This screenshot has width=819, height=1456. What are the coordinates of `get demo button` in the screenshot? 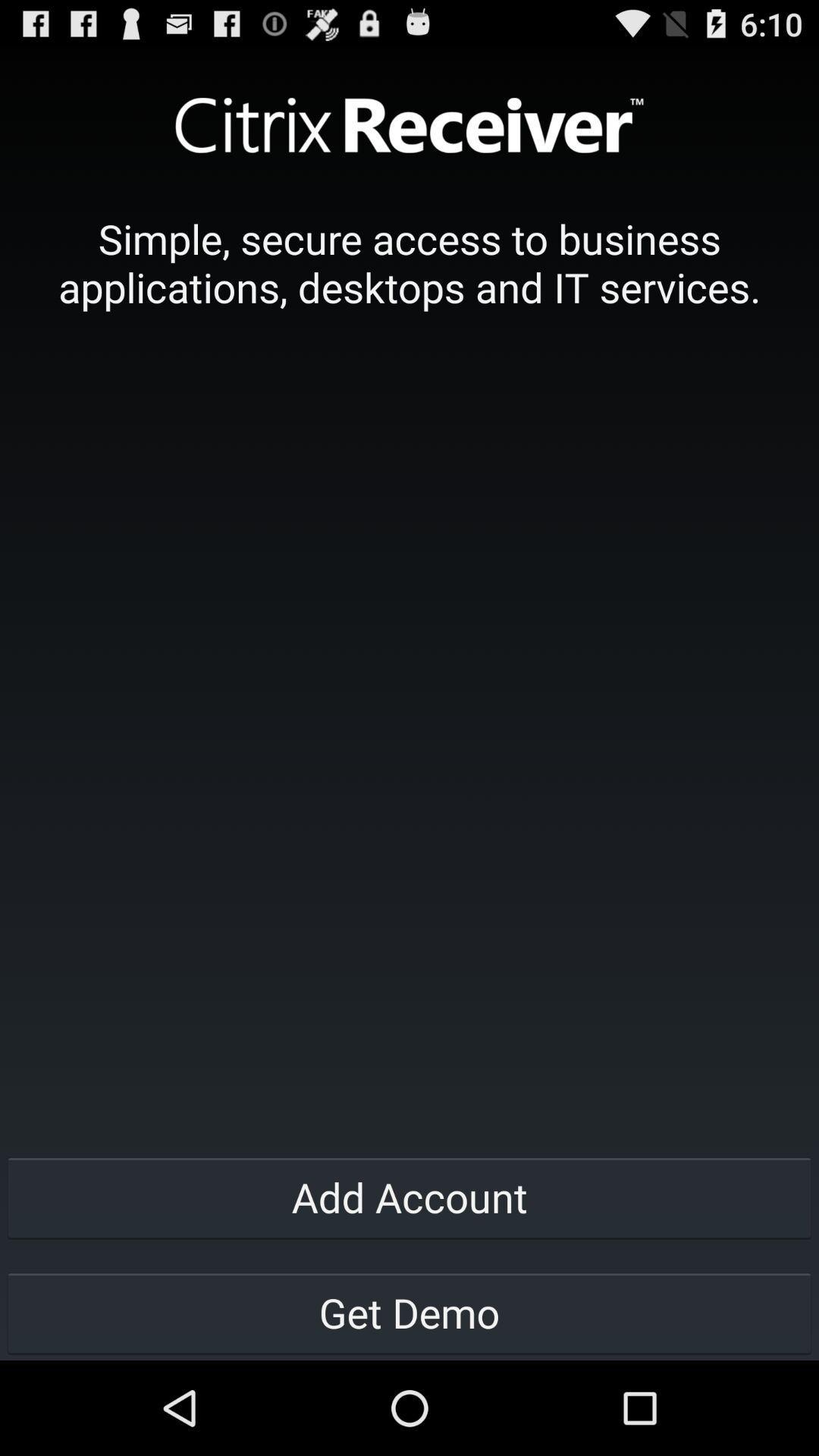 It's located at (409, 1312).